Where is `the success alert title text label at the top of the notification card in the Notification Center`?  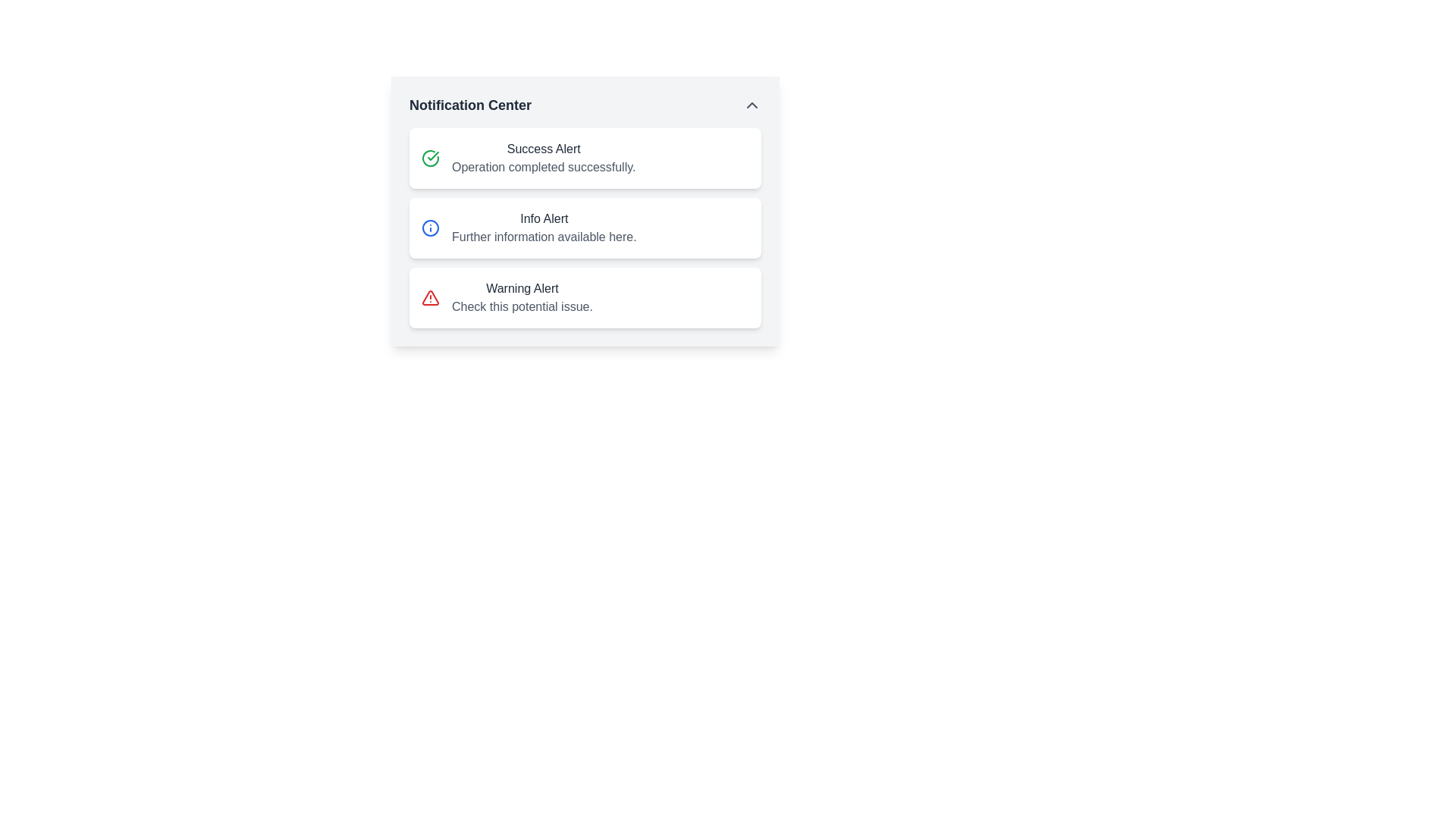
the success alert title text label at the top of the notification card in the Notification Center is located at coordinates (544, 149).